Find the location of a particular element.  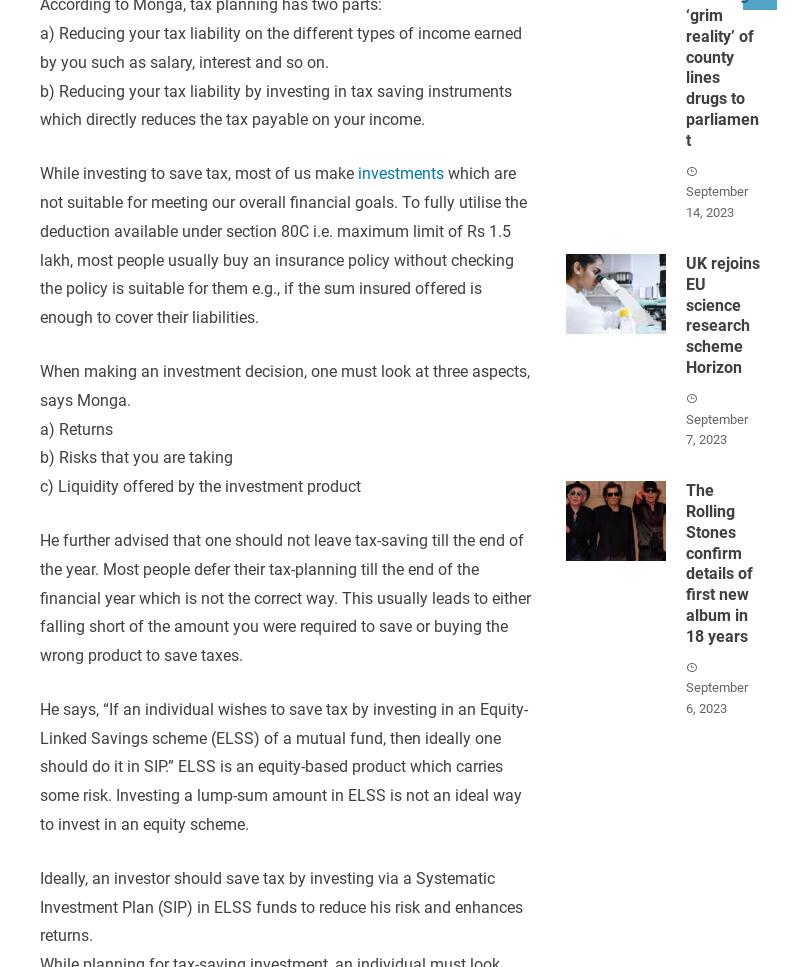

'investments' is located at coordinates (400, 173).